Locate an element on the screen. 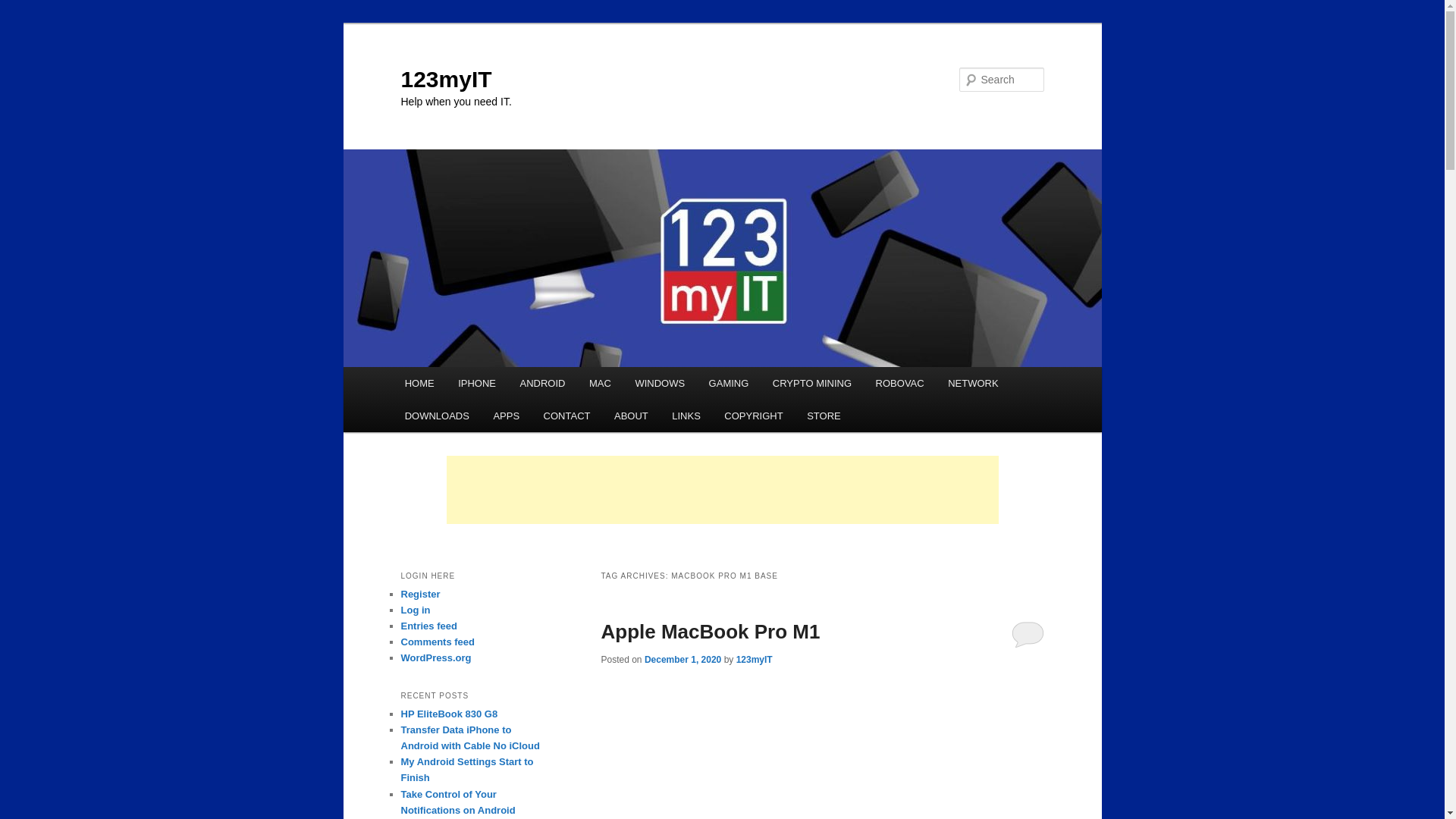 This screenshot has height=819, width=1456. 'Log in' is located at coordinates (415, 609).